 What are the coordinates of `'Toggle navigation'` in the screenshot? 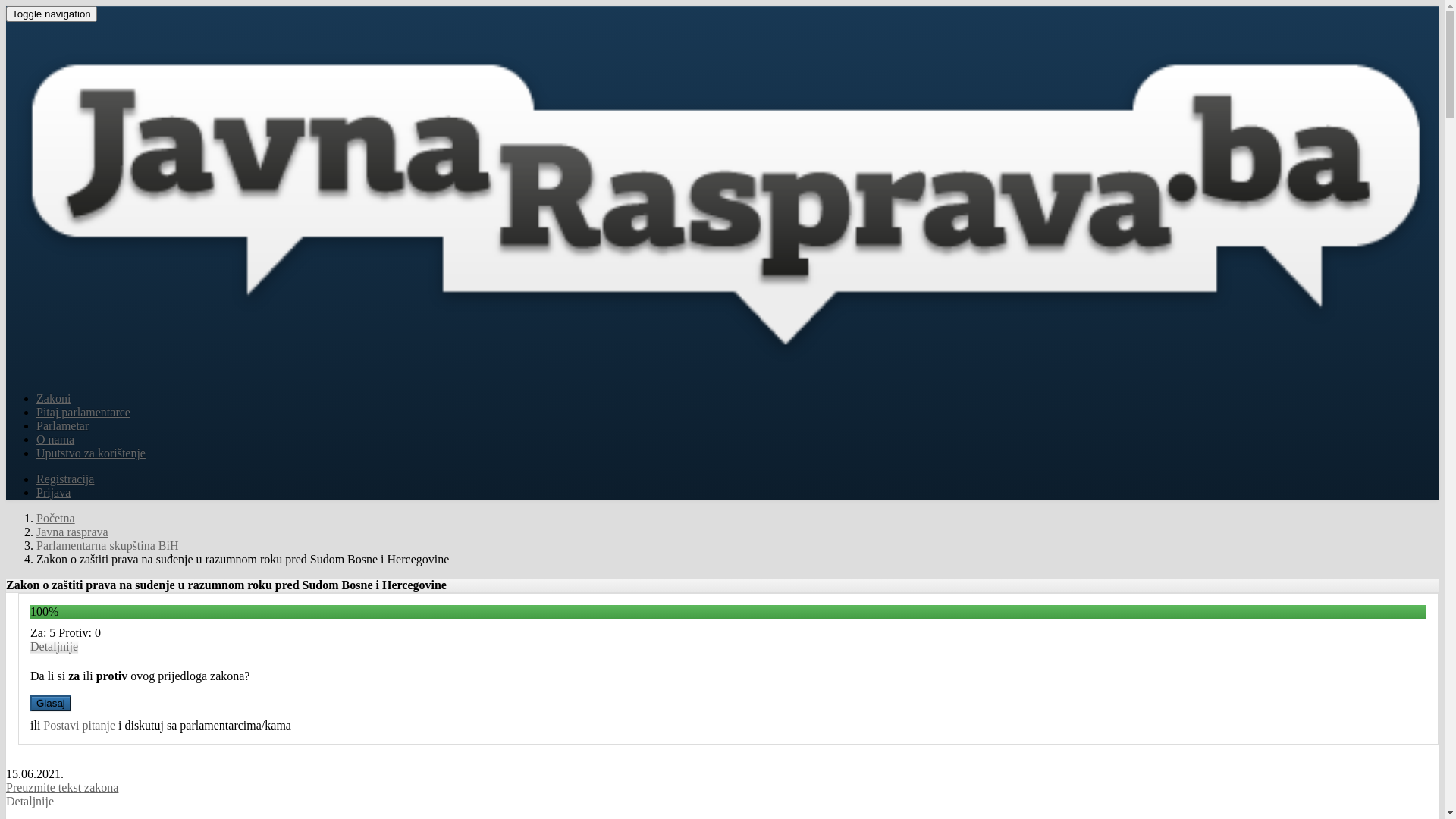 It's located at (51, 14).